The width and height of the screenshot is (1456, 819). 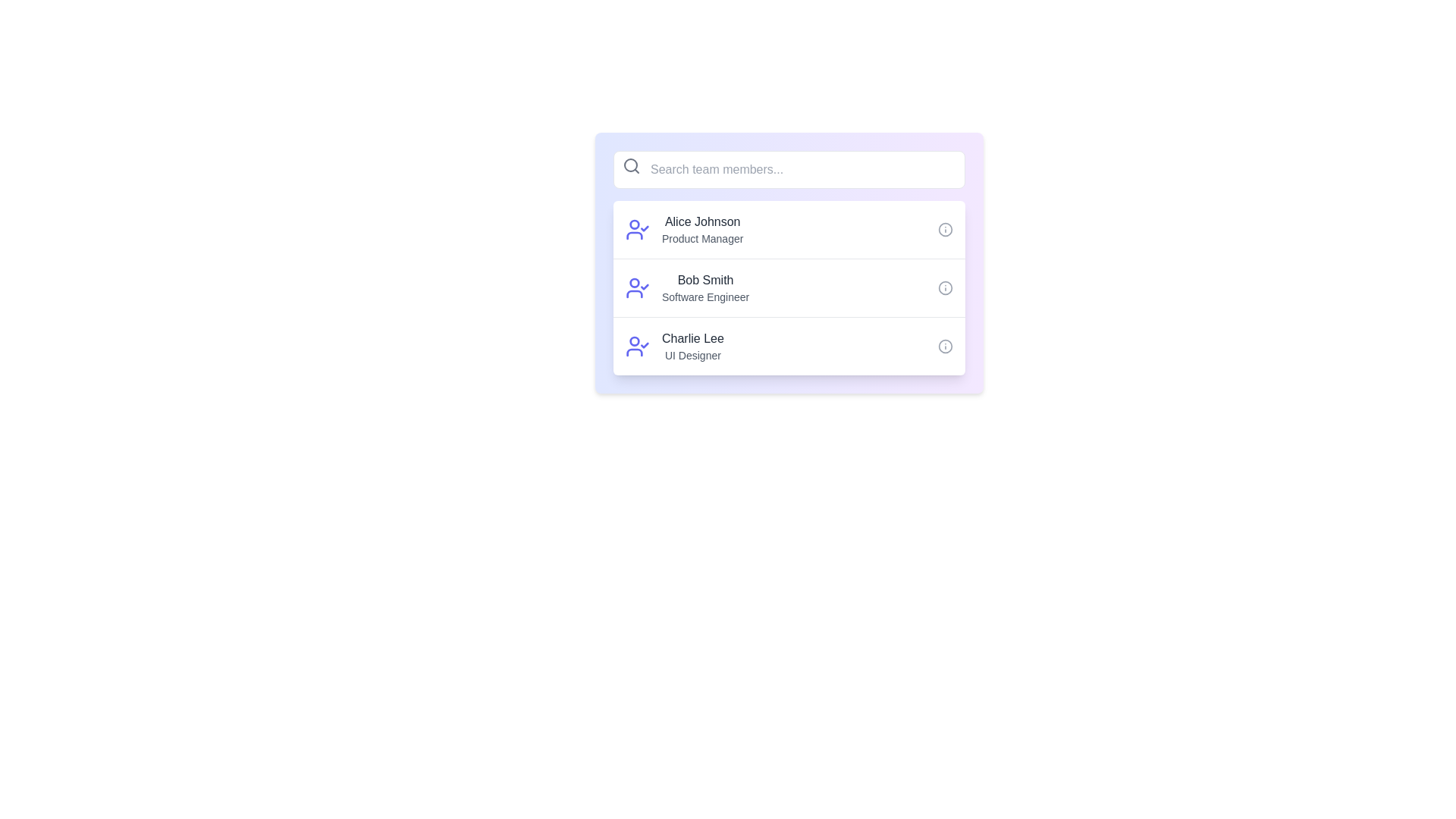 I want to click on the first SVG icon that indicates the user's confirmed status, which is located before the text 'Bob Smith' and 'Software Engineer.', so click(x=637, y=288).